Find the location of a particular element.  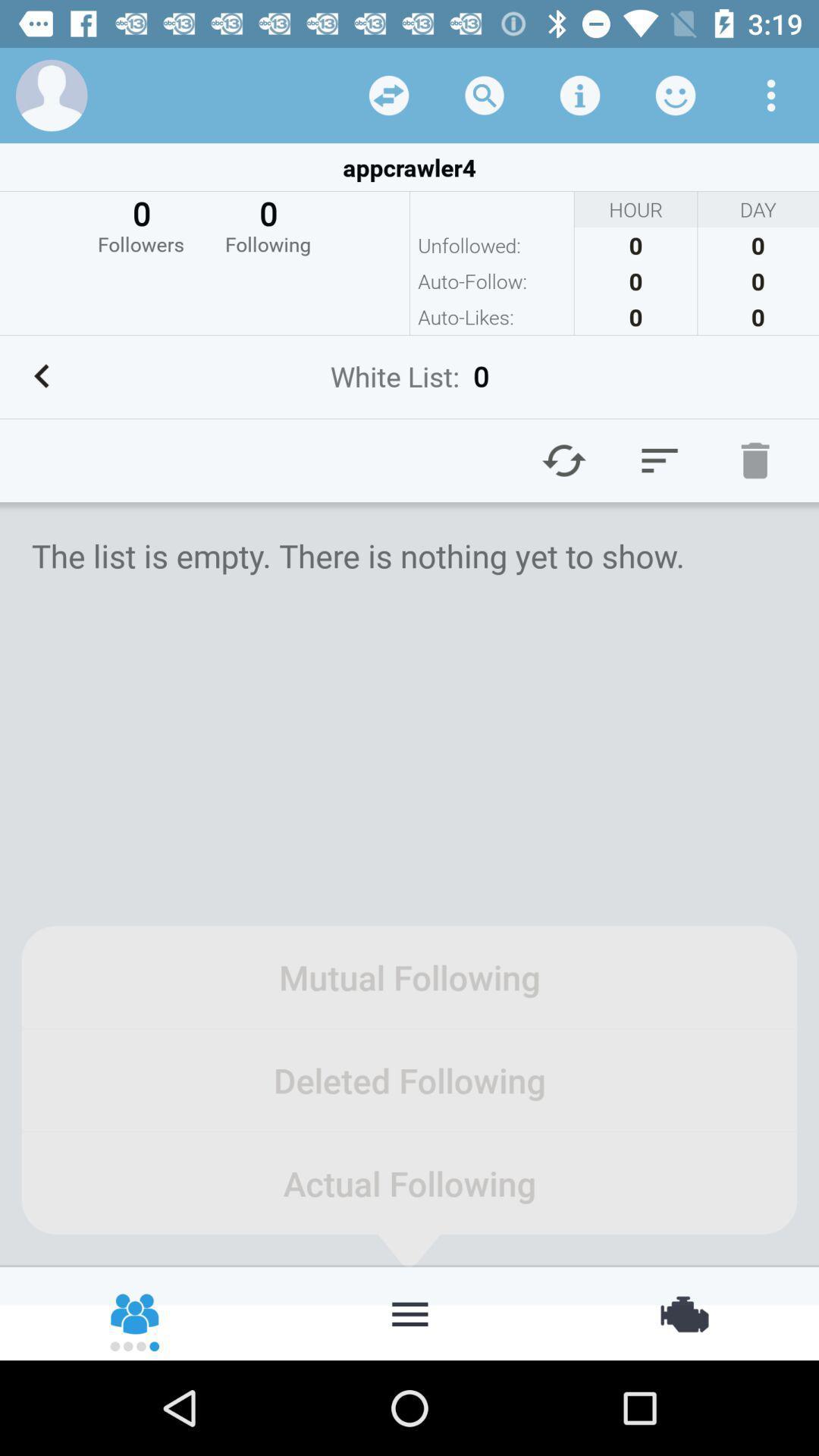

dada is located at coordinates (388, 94).